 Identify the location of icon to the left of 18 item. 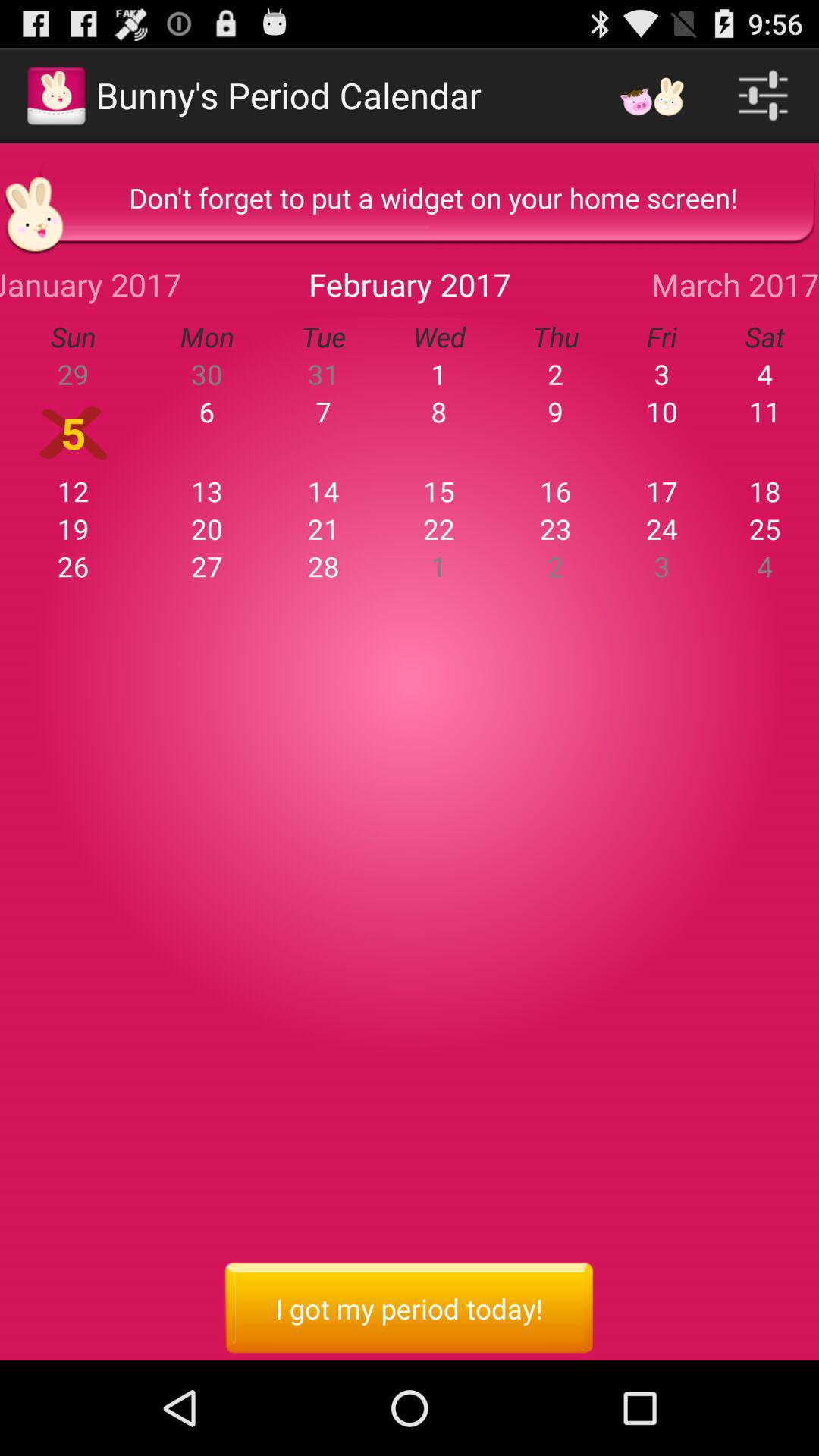
(661, 491).